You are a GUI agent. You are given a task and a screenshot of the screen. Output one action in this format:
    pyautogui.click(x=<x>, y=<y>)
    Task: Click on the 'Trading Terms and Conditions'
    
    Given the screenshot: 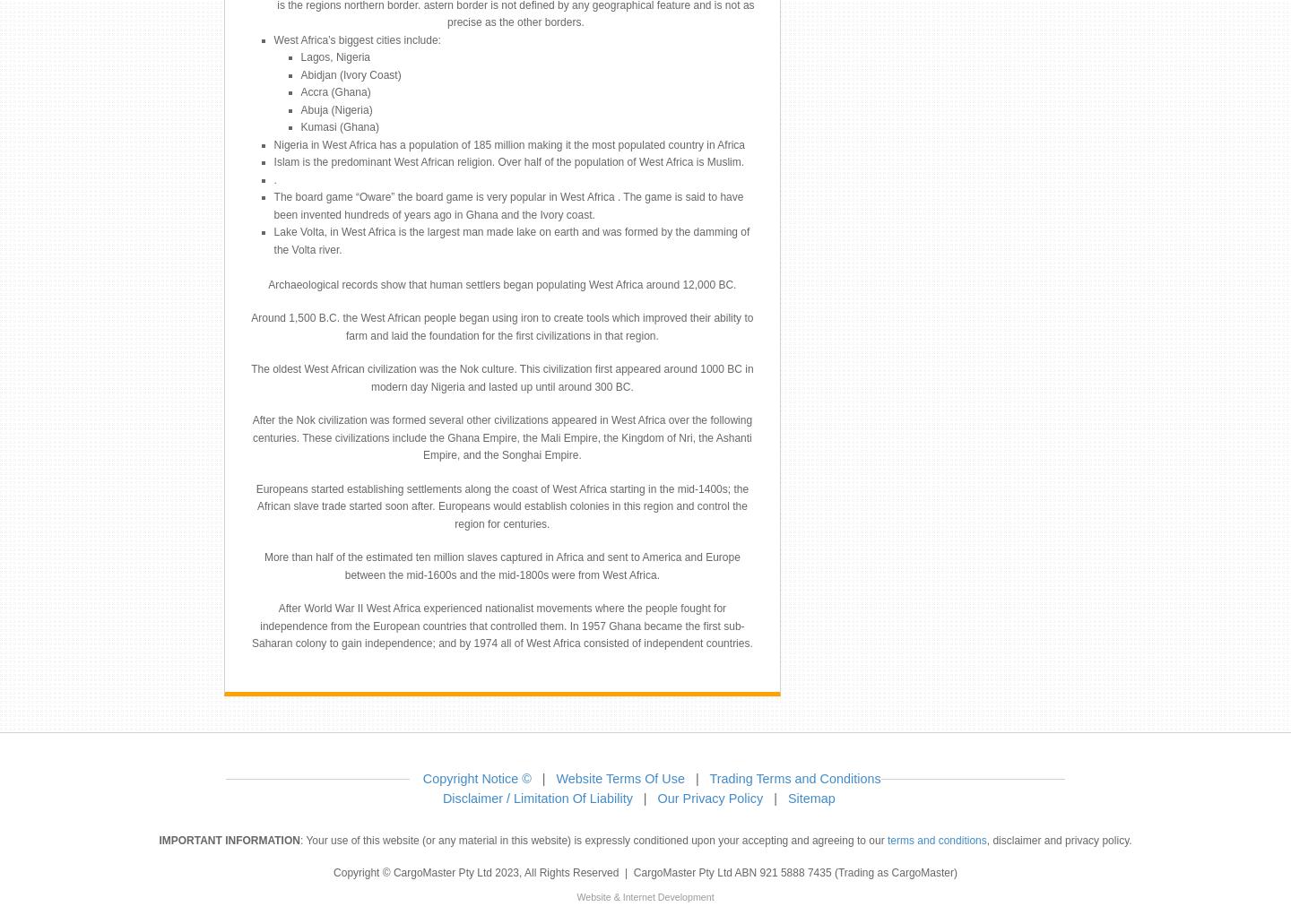 What is the action you would take?
    pyautogui.click(x=793, y=777)
    